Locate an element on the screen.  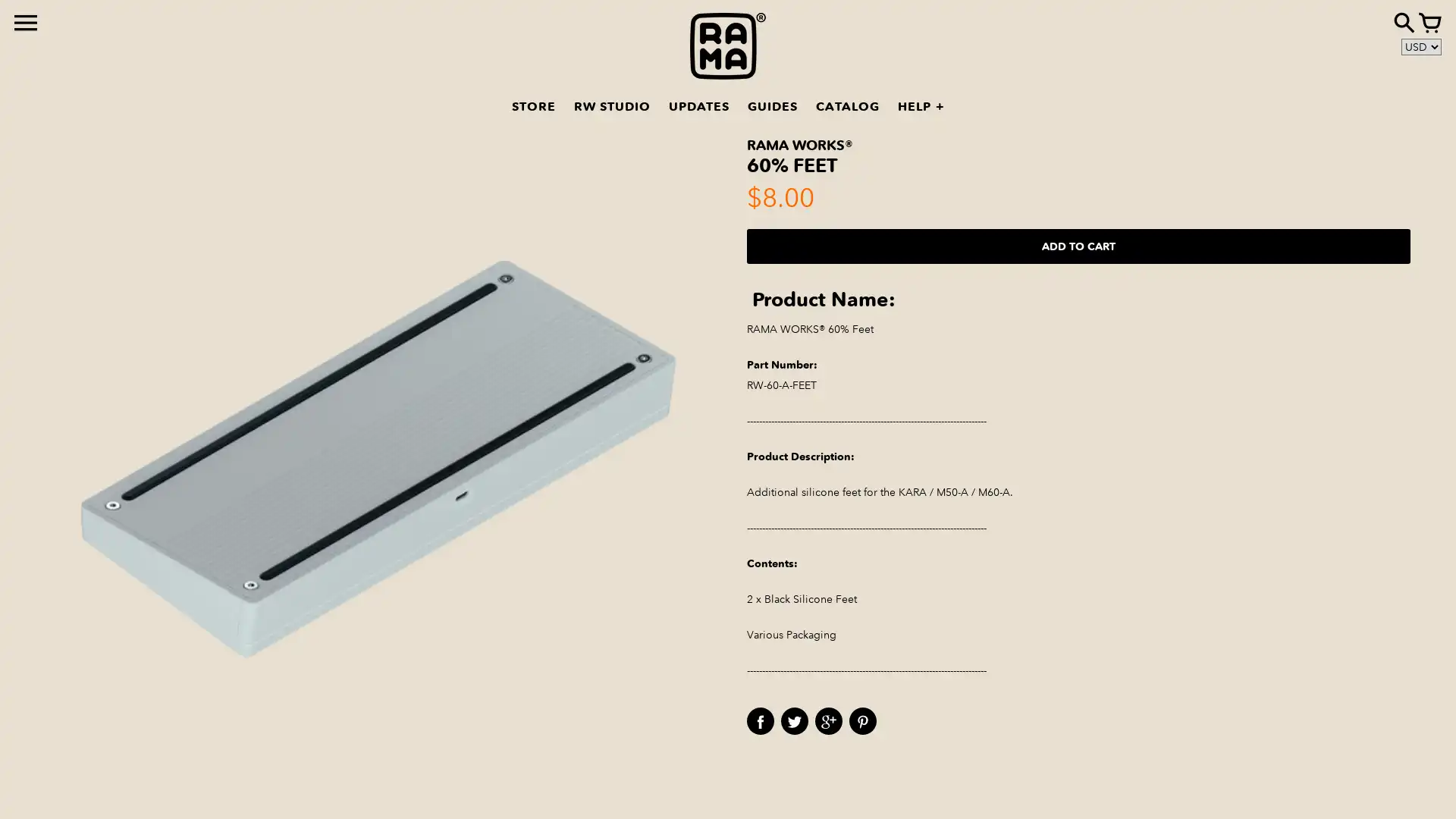
ADD TO CART is located at coordinates (1078, 245).